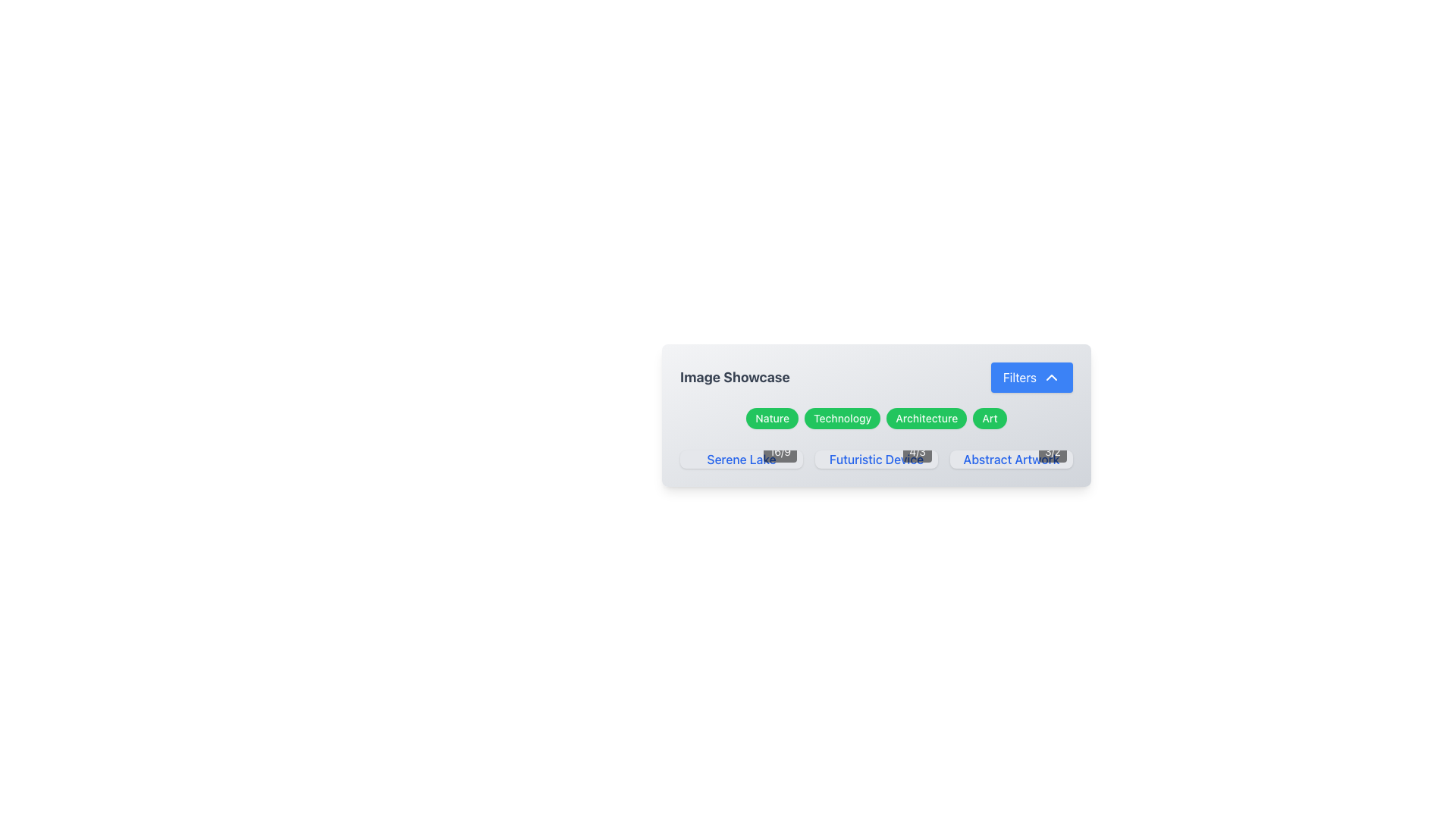 The height and width of the screenshot is (819, 1456). I want to click on the 'Art' category filter button, which is the fourth button in a horizontal list of similar buttons including 'Nature', 'Technology', and 'Architecture', so click(990, 418).